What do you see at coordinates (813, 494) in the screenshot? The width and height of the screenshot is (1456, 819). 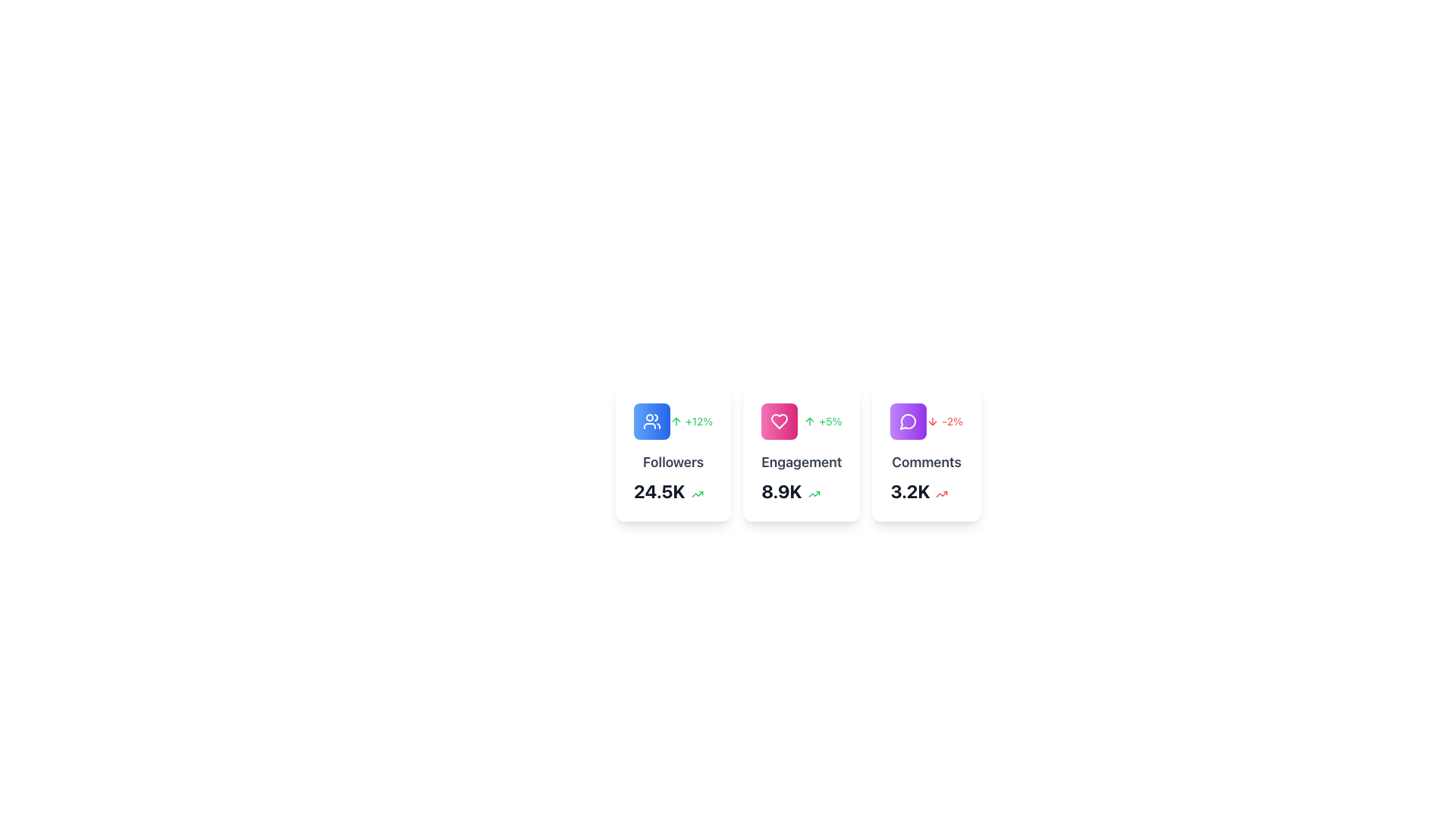 I see `the upward arrow icon styled with a green-like coloration, located next to the text '8.9K' in the 'Engagement' card` at bounding box center [813, 494].